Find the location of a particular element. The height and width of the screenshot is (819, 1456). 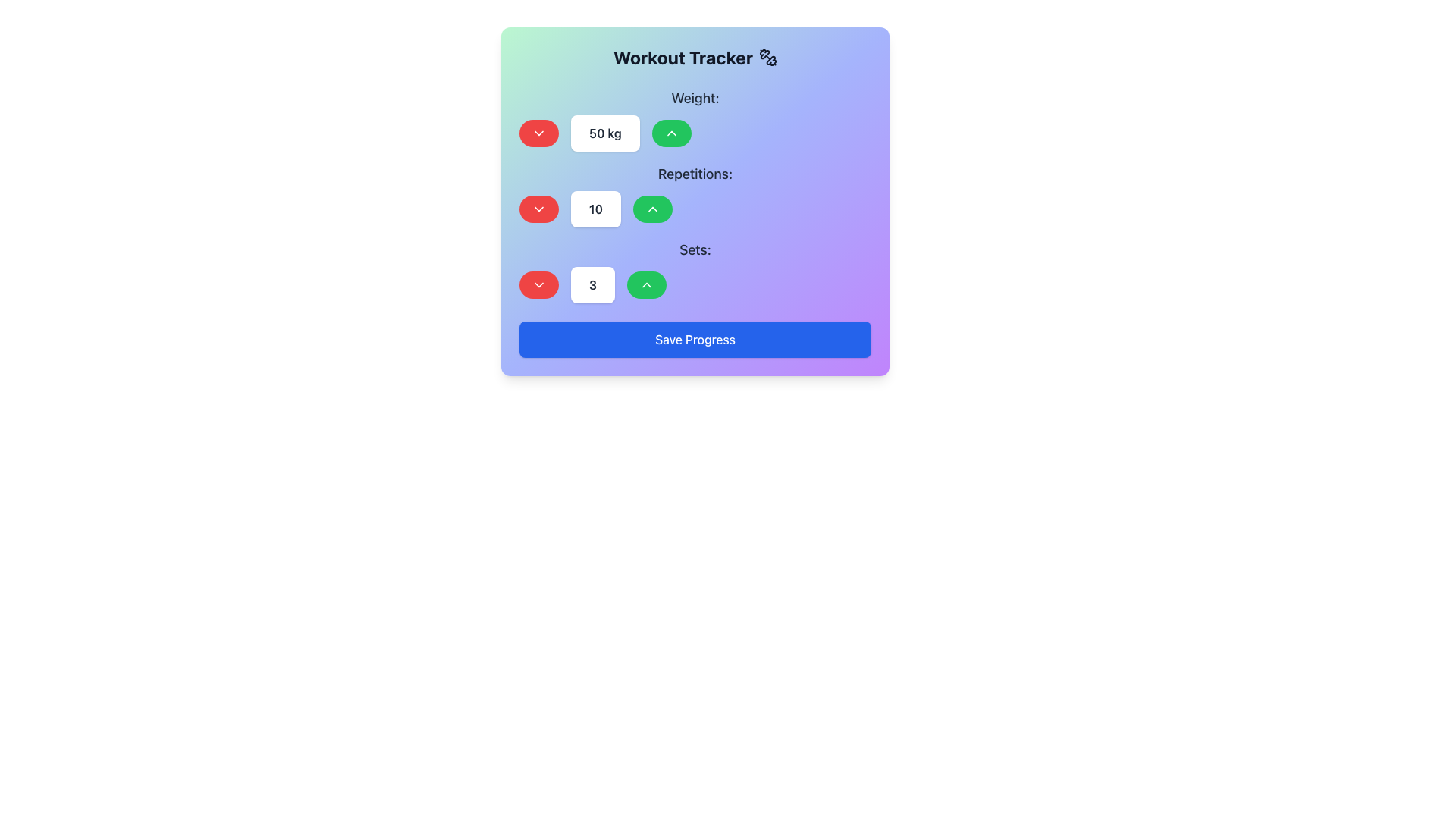

the second downward chevron icon inside the red circular button next to the 'Repetitions' field for visual feedback is located at coordinates (538, 209).